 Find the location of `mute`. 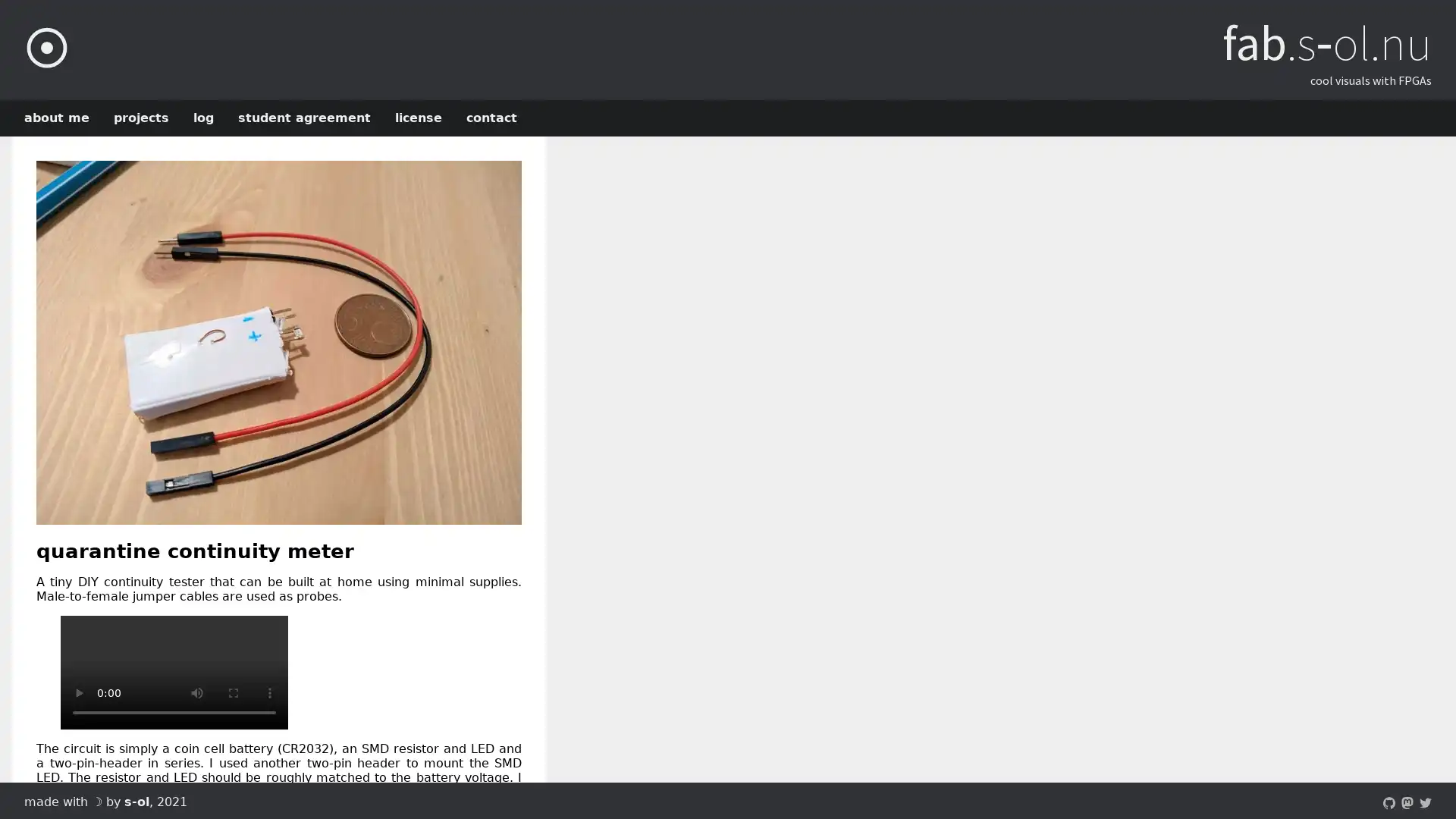

mute is located at coordinates (196, 693).